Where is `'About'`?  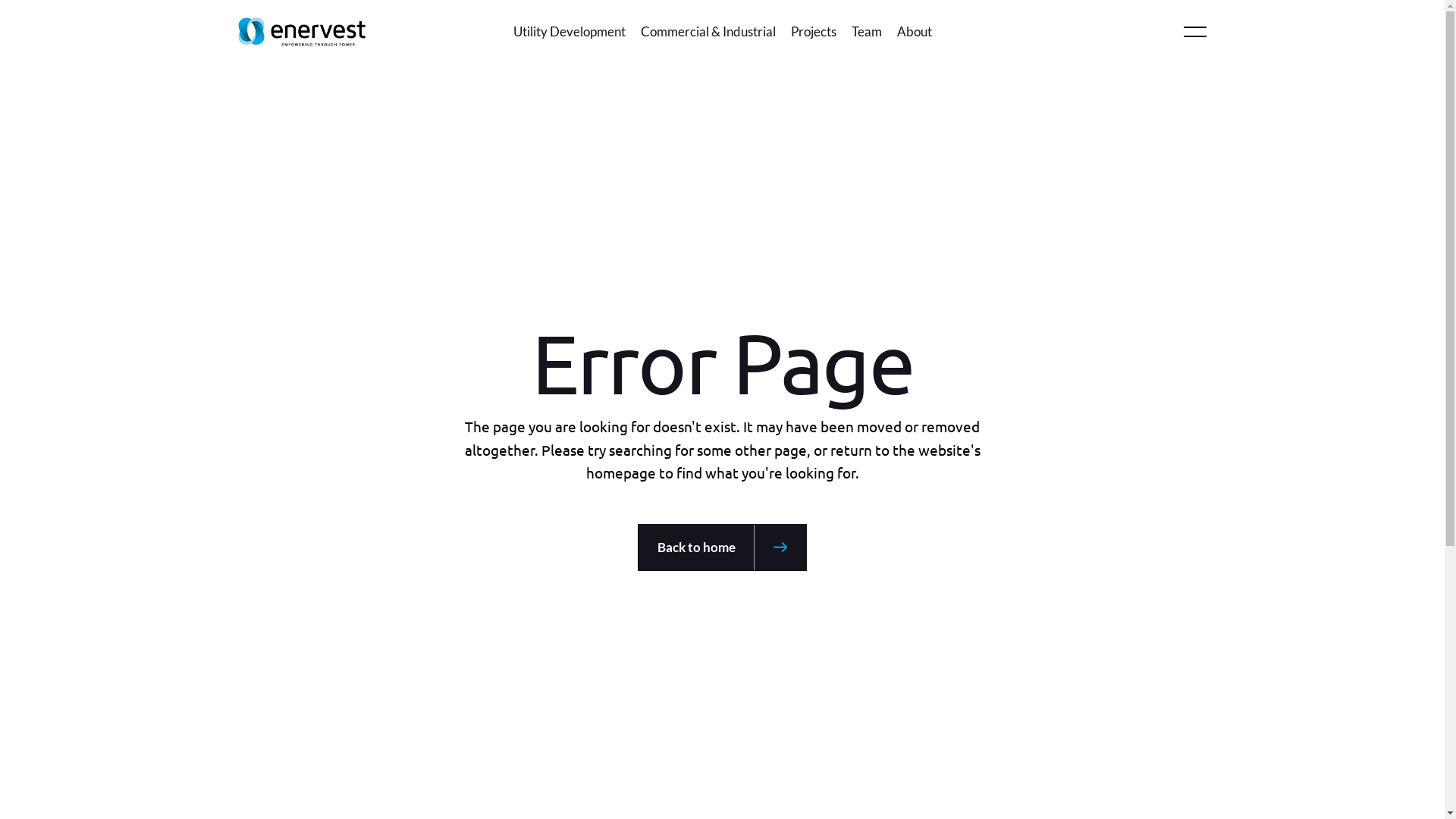
'About' is located at coordinates (912, 32).